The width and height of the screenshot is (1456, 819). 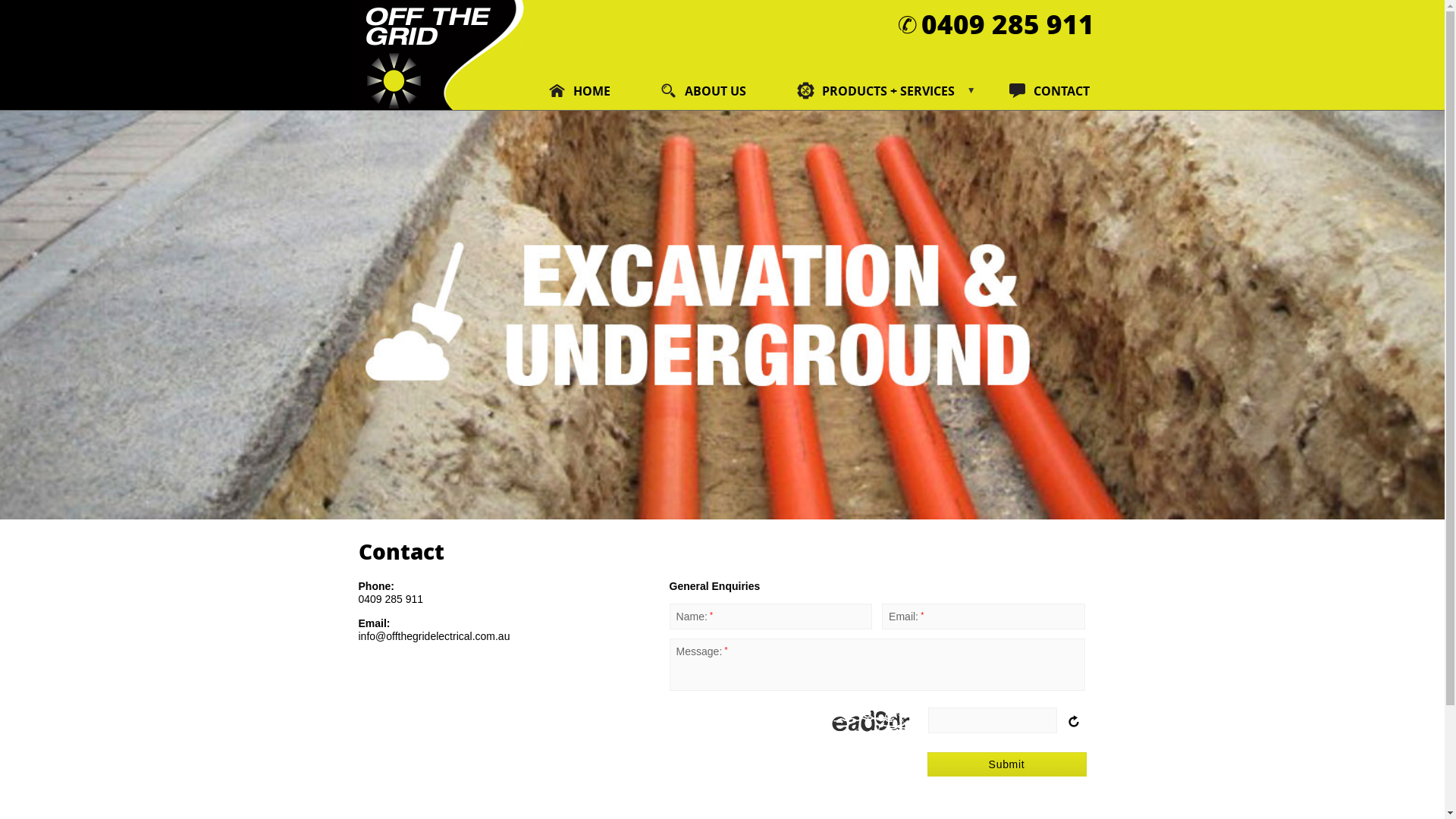 I want to click on 'Submit', so click(x=926, y=764).